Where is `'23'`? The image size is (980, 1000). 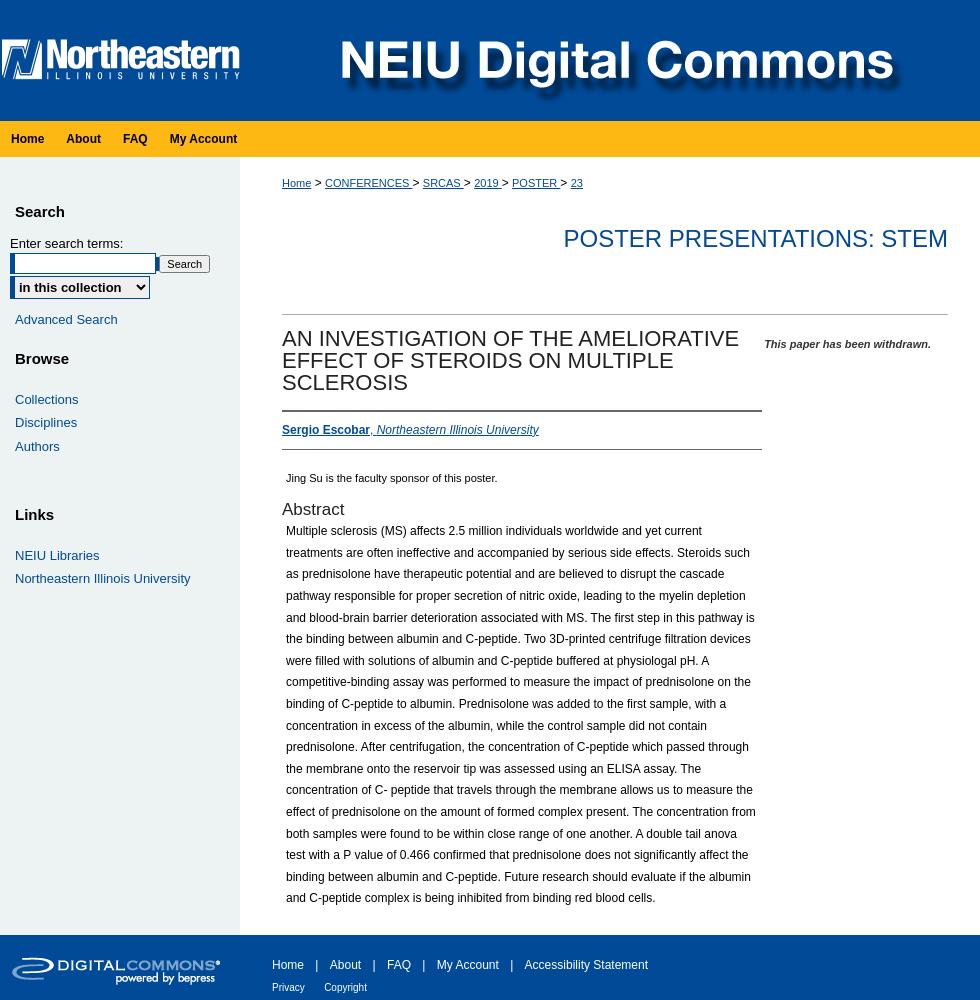
'23' is located at coordinates (576, 183).